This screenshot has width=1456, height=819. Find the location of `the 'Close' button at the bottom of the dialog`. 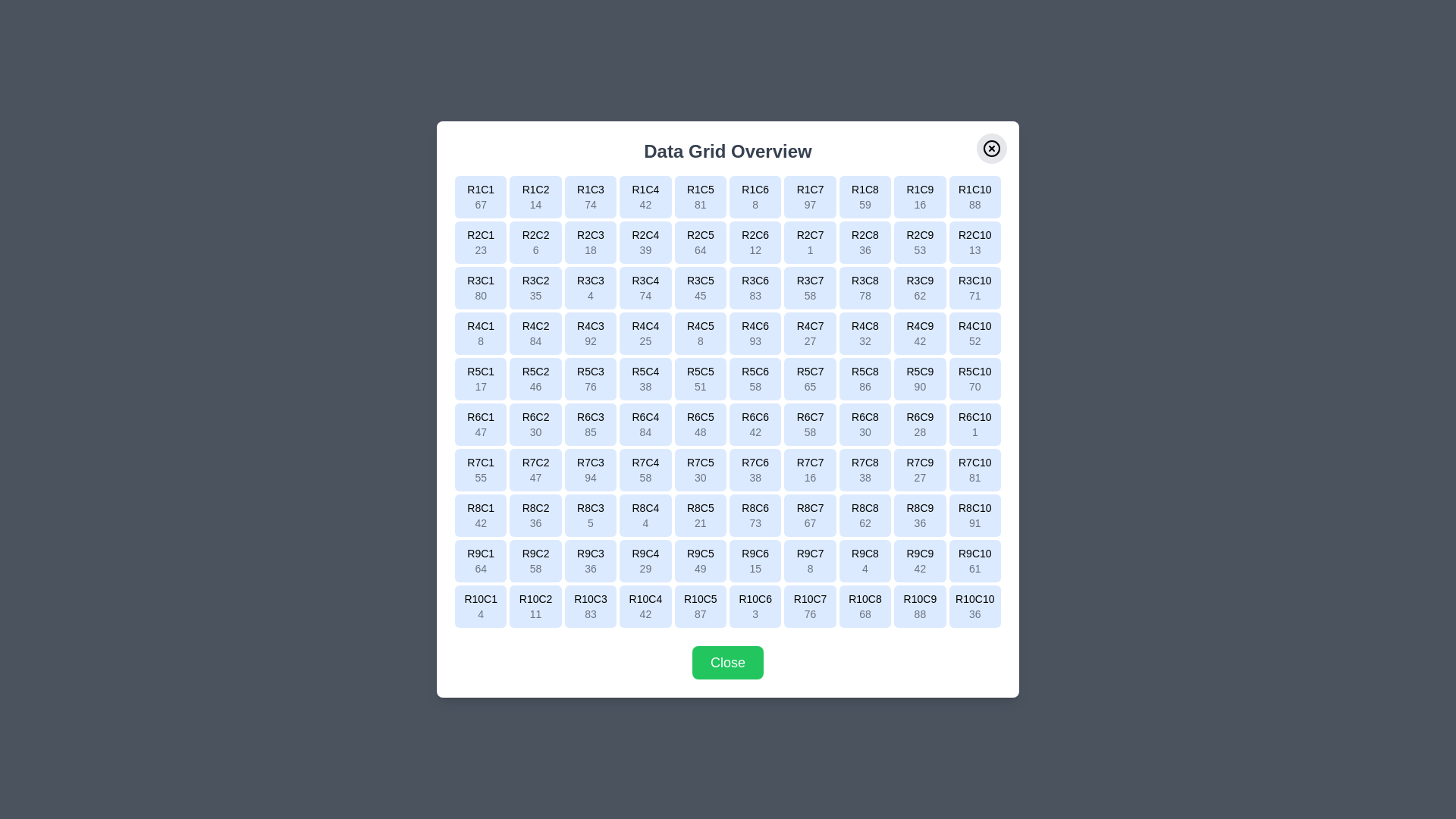

the 'Close' button at the bottom of the dialog is located at coordinates (728, 662).